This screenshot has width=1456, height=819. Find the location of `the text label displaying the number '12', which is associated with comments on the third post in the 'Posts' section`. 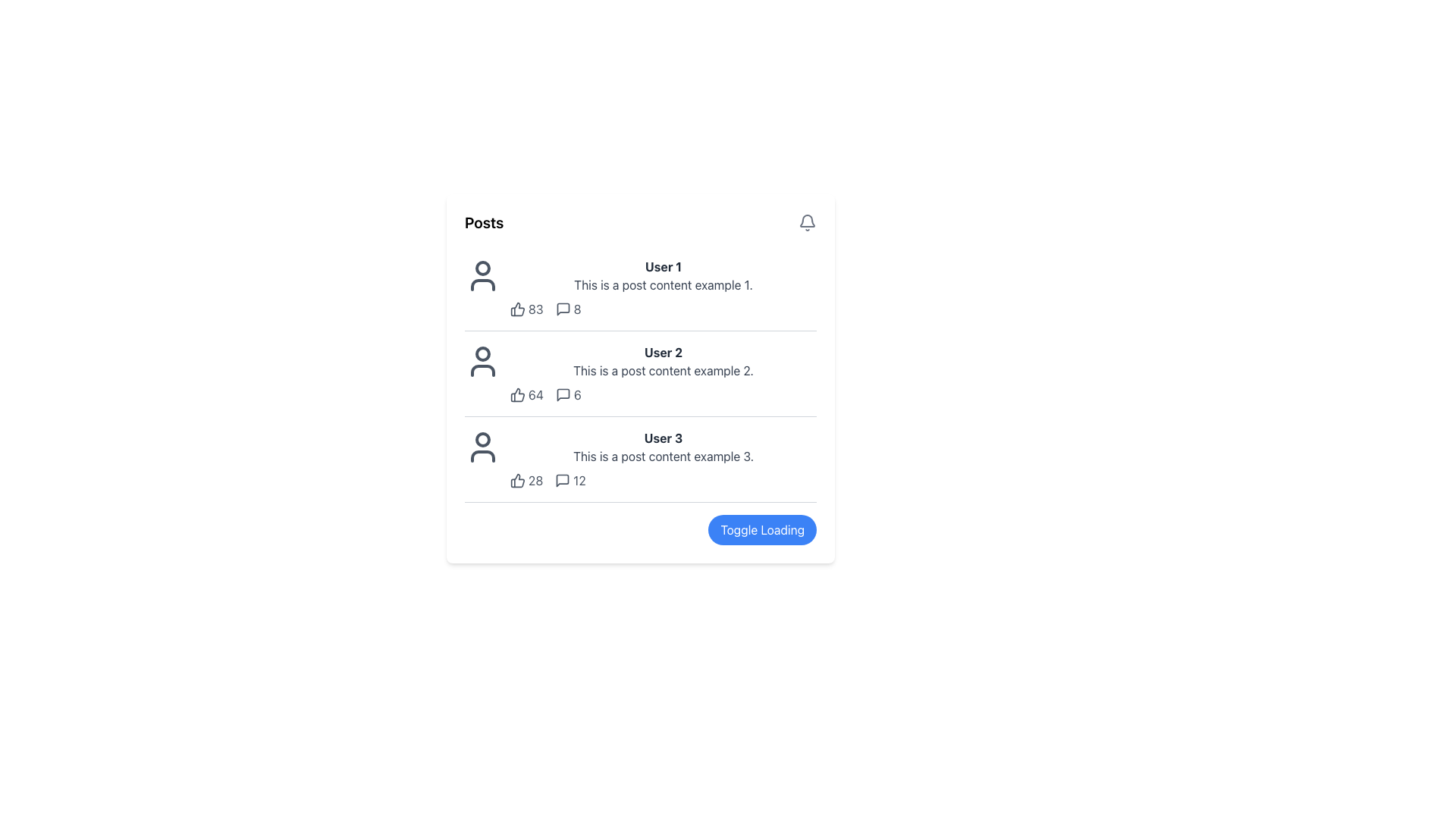

the text label displaying the number '12', which is associated with comments on the third post in the 'Posts' section is located at coordinates (579, 480).